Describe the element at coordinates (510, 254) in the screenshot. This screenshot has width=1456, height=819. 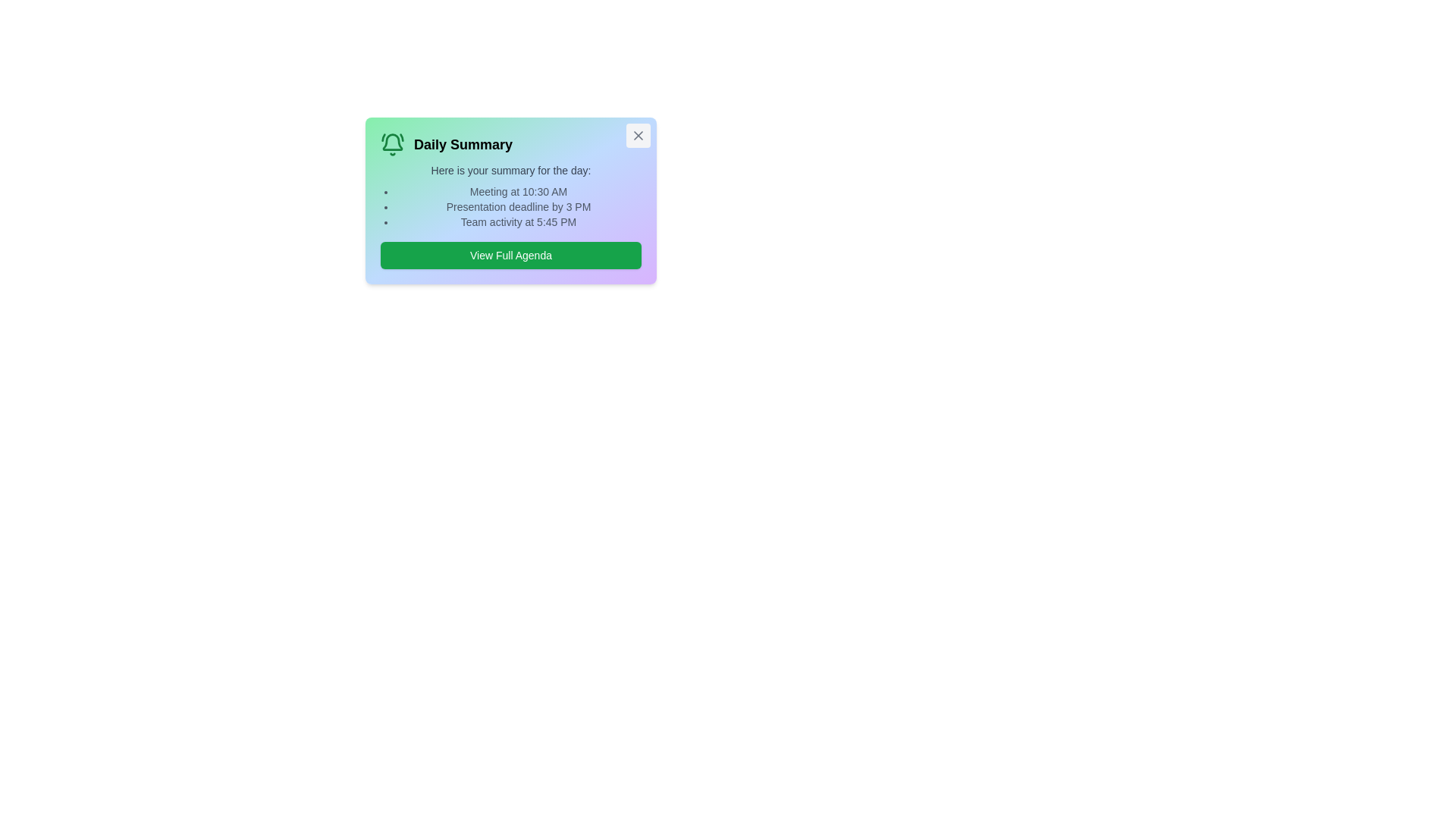
I see `the 'View Full Agenda' button to open the detailed agenda` at that location.